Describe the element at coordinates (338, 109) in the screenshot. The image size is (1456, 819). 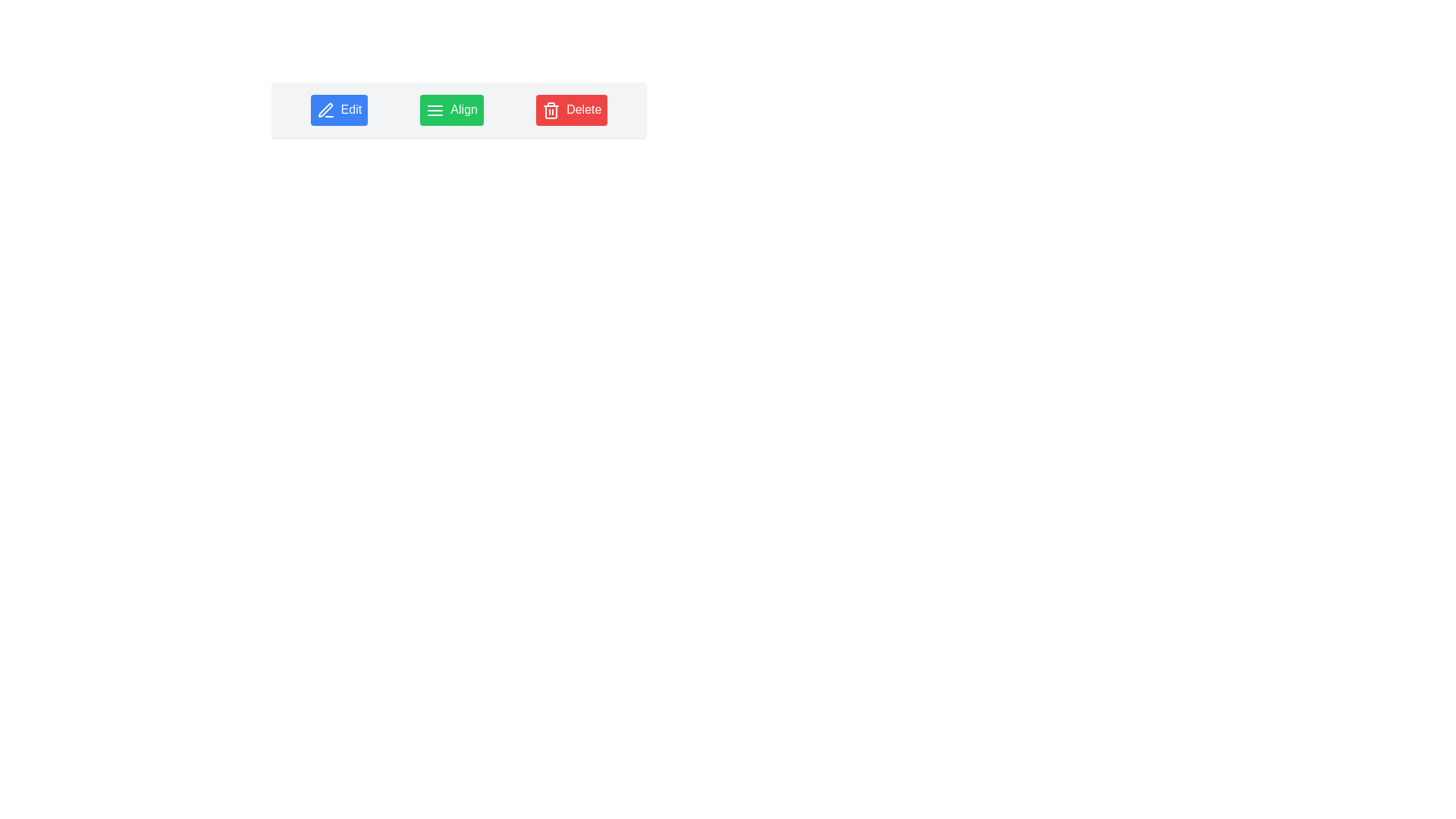
I see `the 'Edit' button located at the top-left of the interface` at that location.